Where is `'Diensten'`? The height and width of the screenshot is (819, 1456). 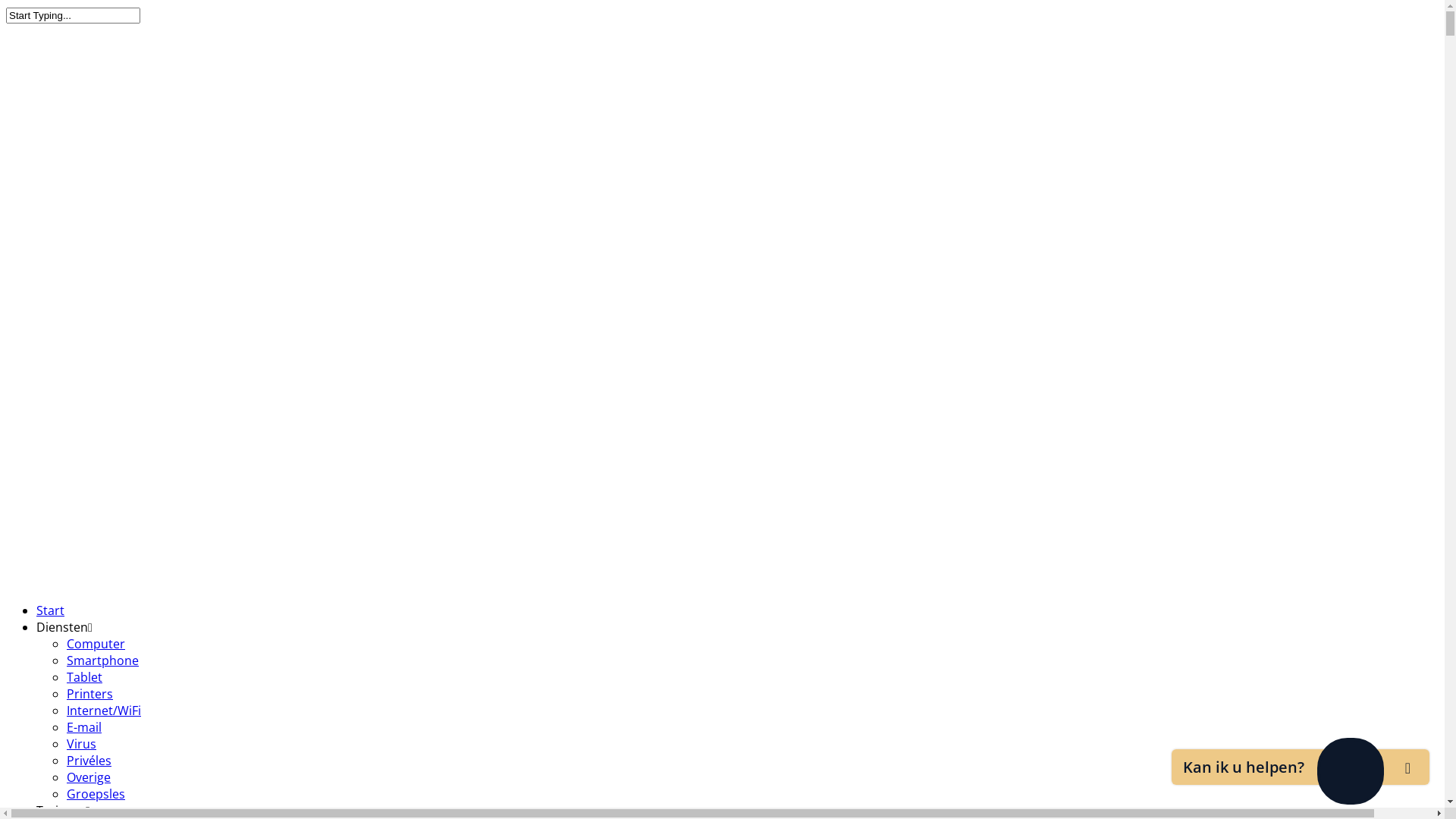 'Diensten' is located at coordinates (64, 626).